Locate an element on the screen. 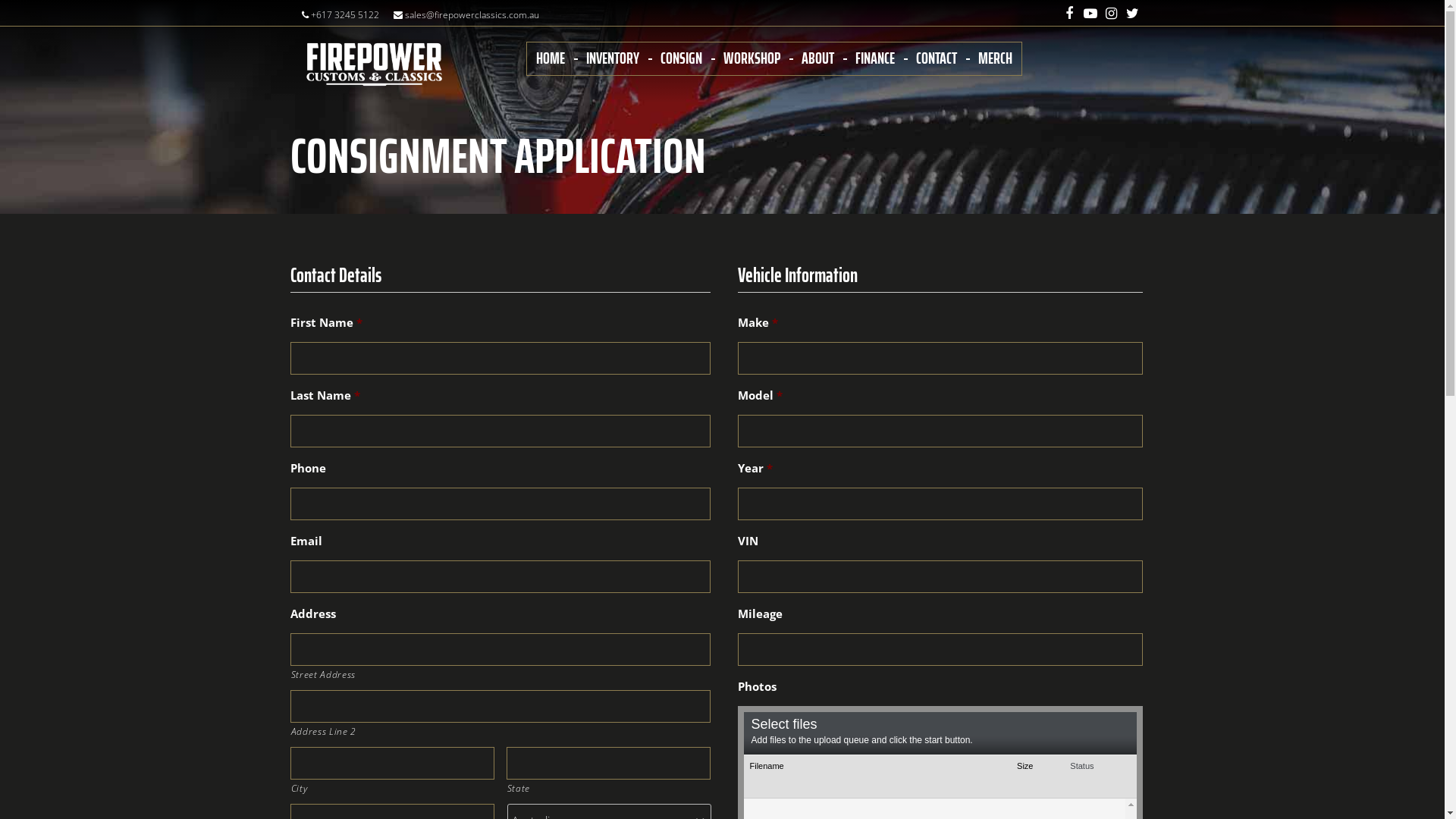 The height and width of the screenshot is (819, 1456). 'Instagram' is located at coordinates (1111, 12).